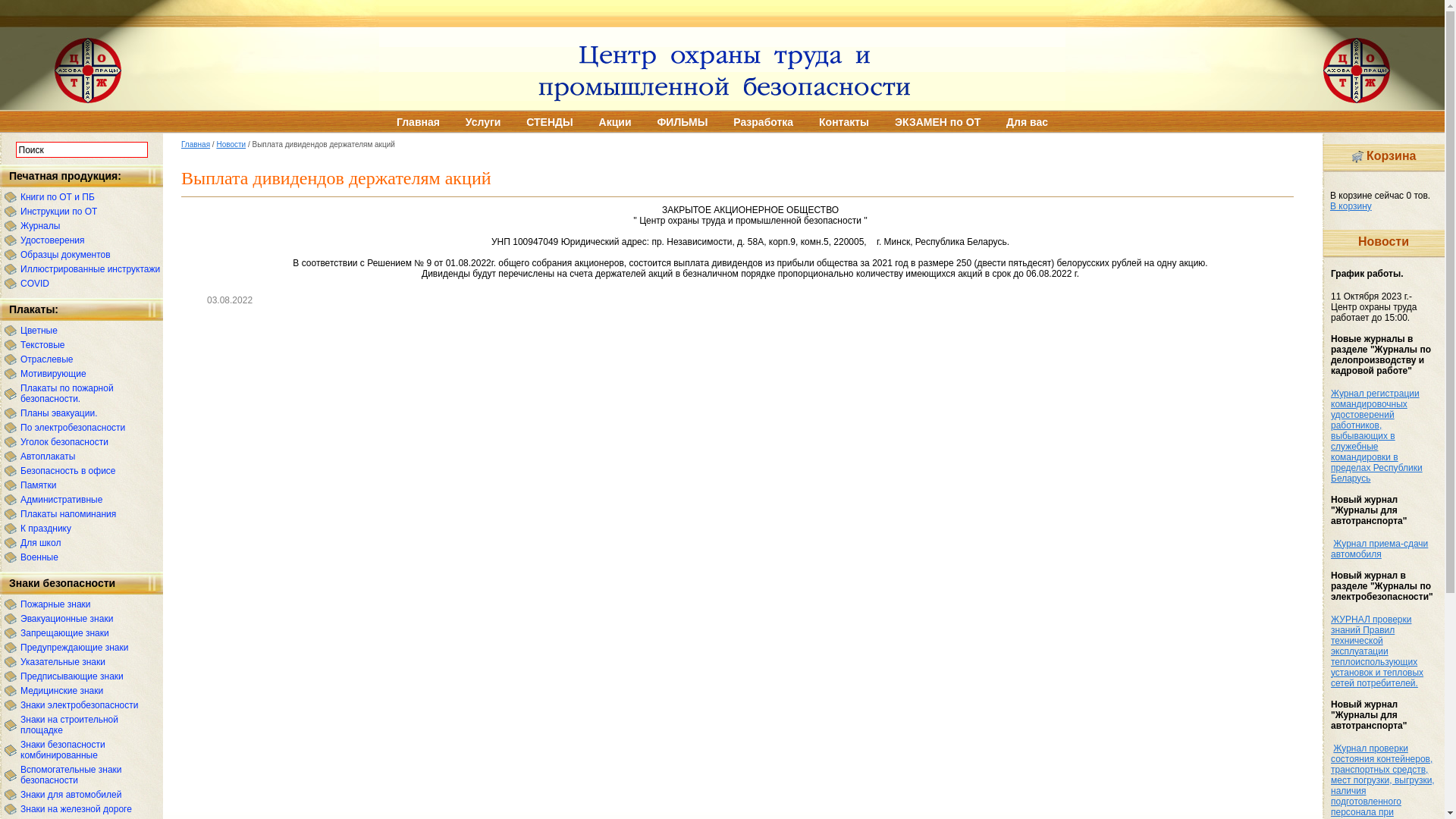  Describe the element at coordinates (20, 284) in the screenshot. I see `'COVID'` at that location.